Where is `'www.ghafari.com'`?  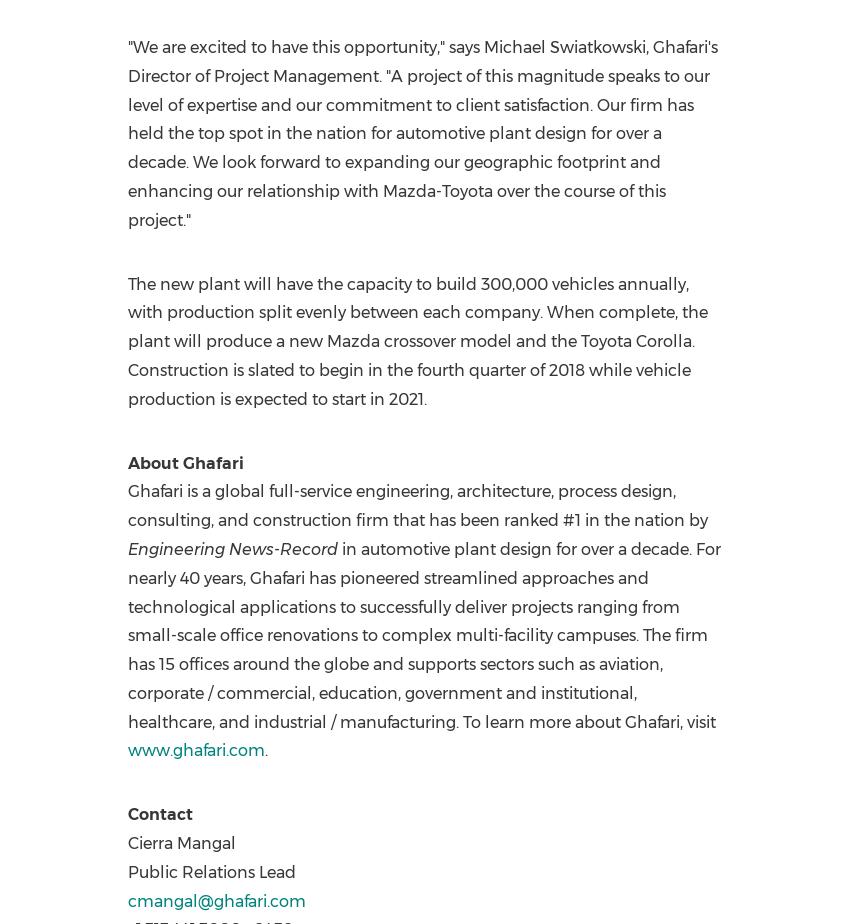
'www.ghafari.com' is located at coordinates (194, 750).